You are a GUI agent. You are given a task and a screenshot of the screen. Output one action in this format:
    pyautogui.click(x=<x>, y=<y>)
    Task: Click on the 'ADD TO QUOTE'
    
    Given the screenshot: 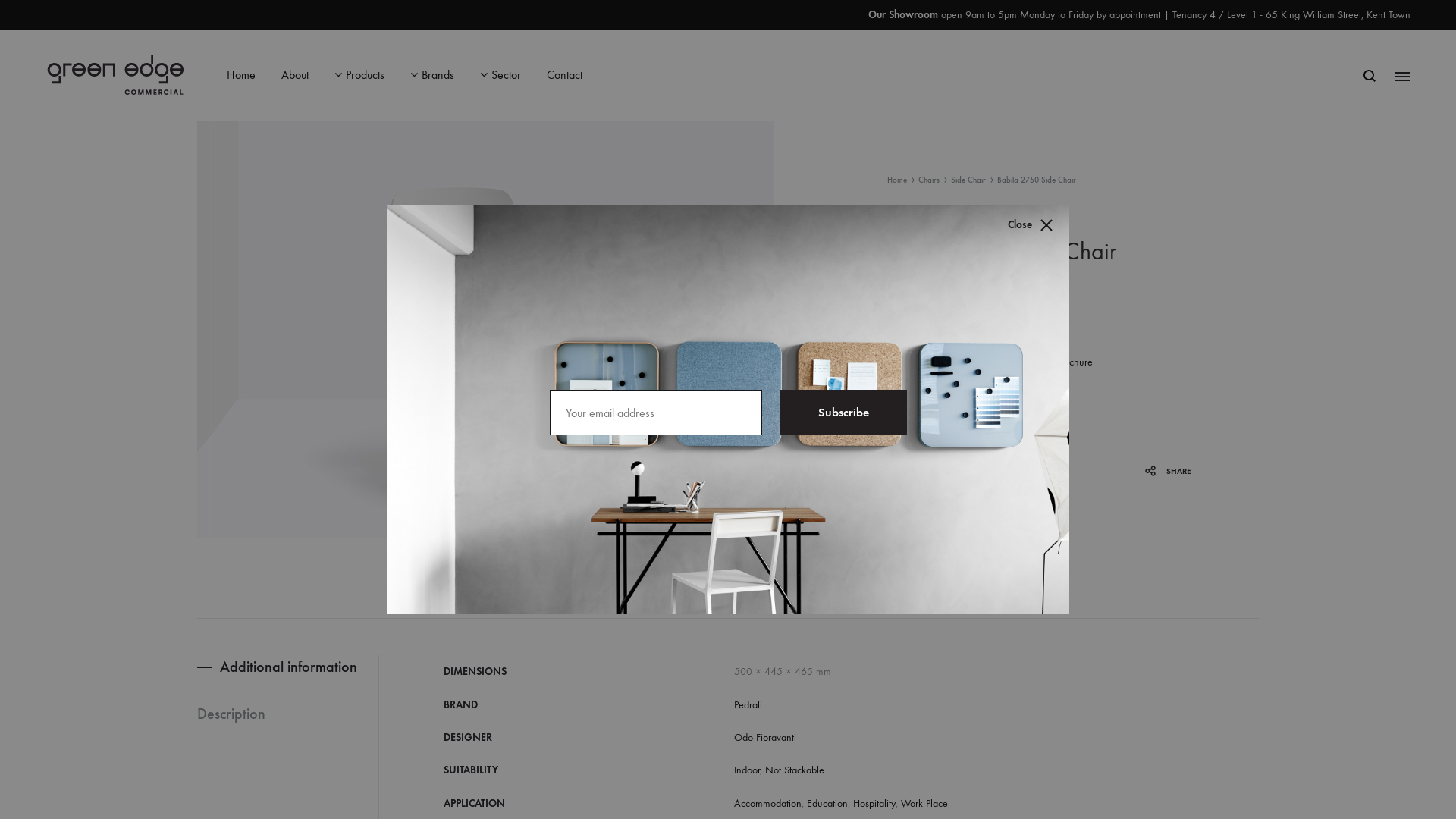 What is the action you would take?
    pyautogui.click(x=952, y=450)
    